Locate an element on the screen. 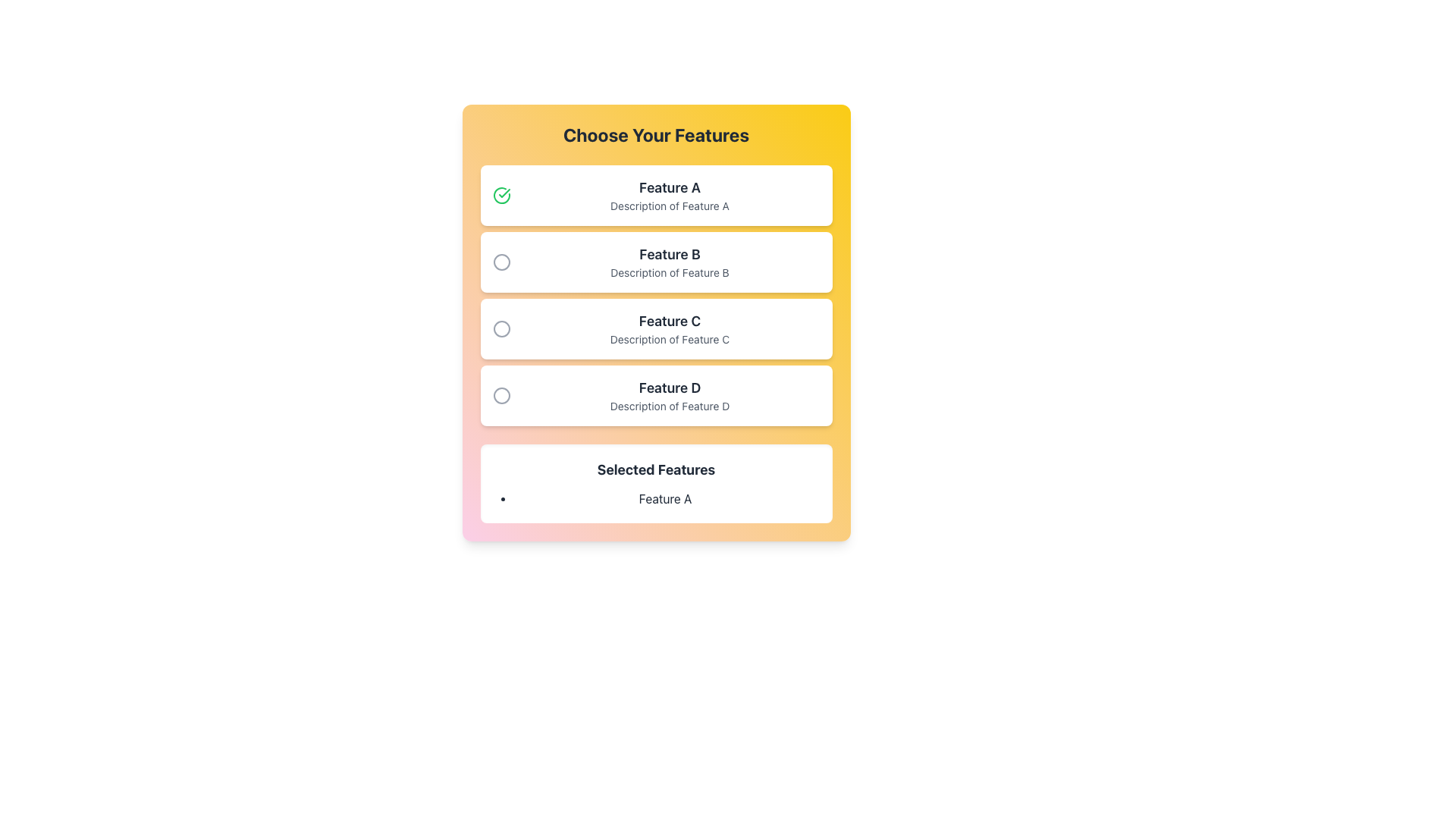 The height and width of the screenshot is (819, 1456). the descriptive text element located directly below the label 'Feature B' in the 'Choose Your Features' list is located at coordinates (669, 271).